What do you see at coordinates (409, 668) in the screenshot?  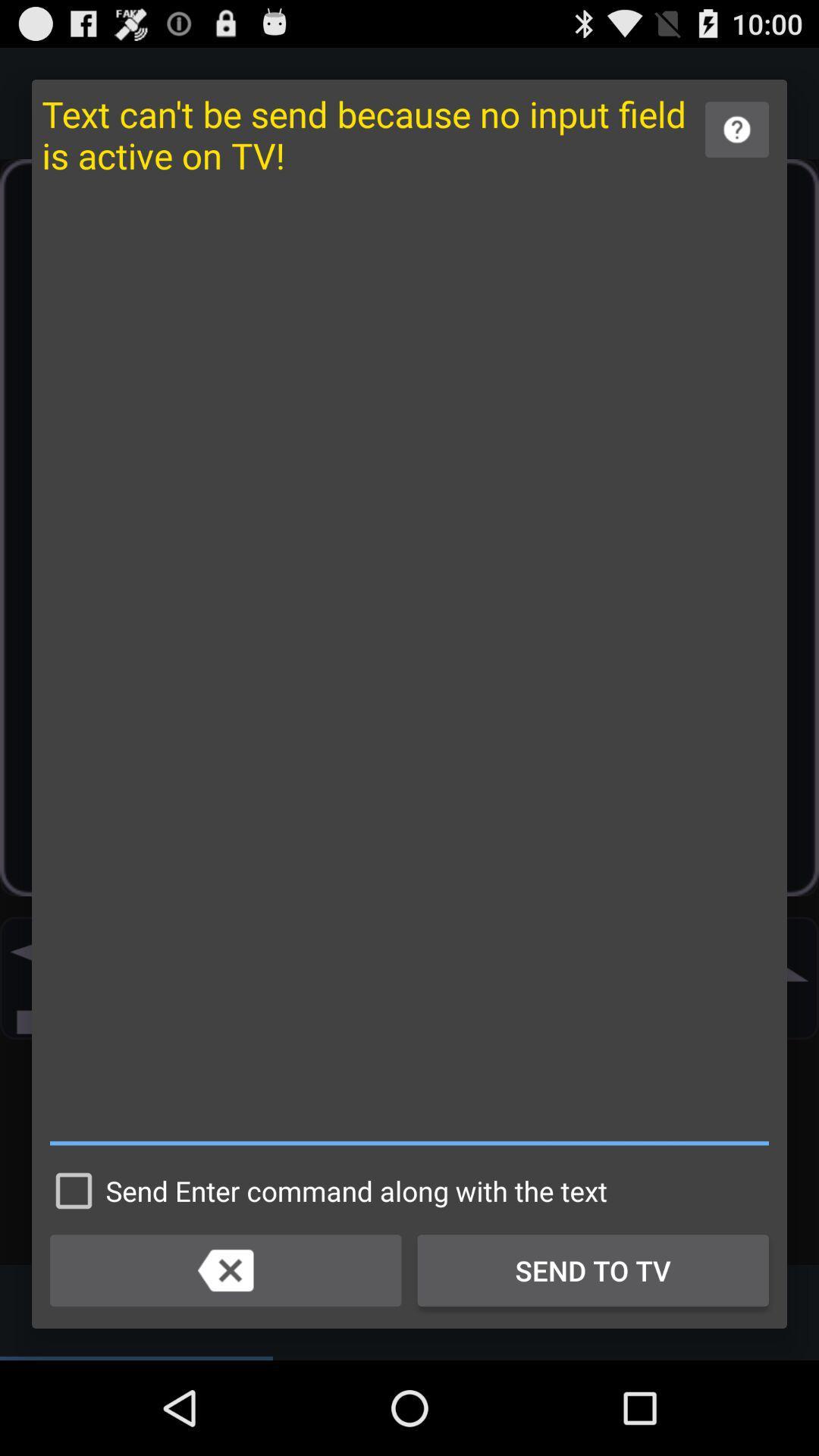 I see `icon` at bounding box center [409, 668].